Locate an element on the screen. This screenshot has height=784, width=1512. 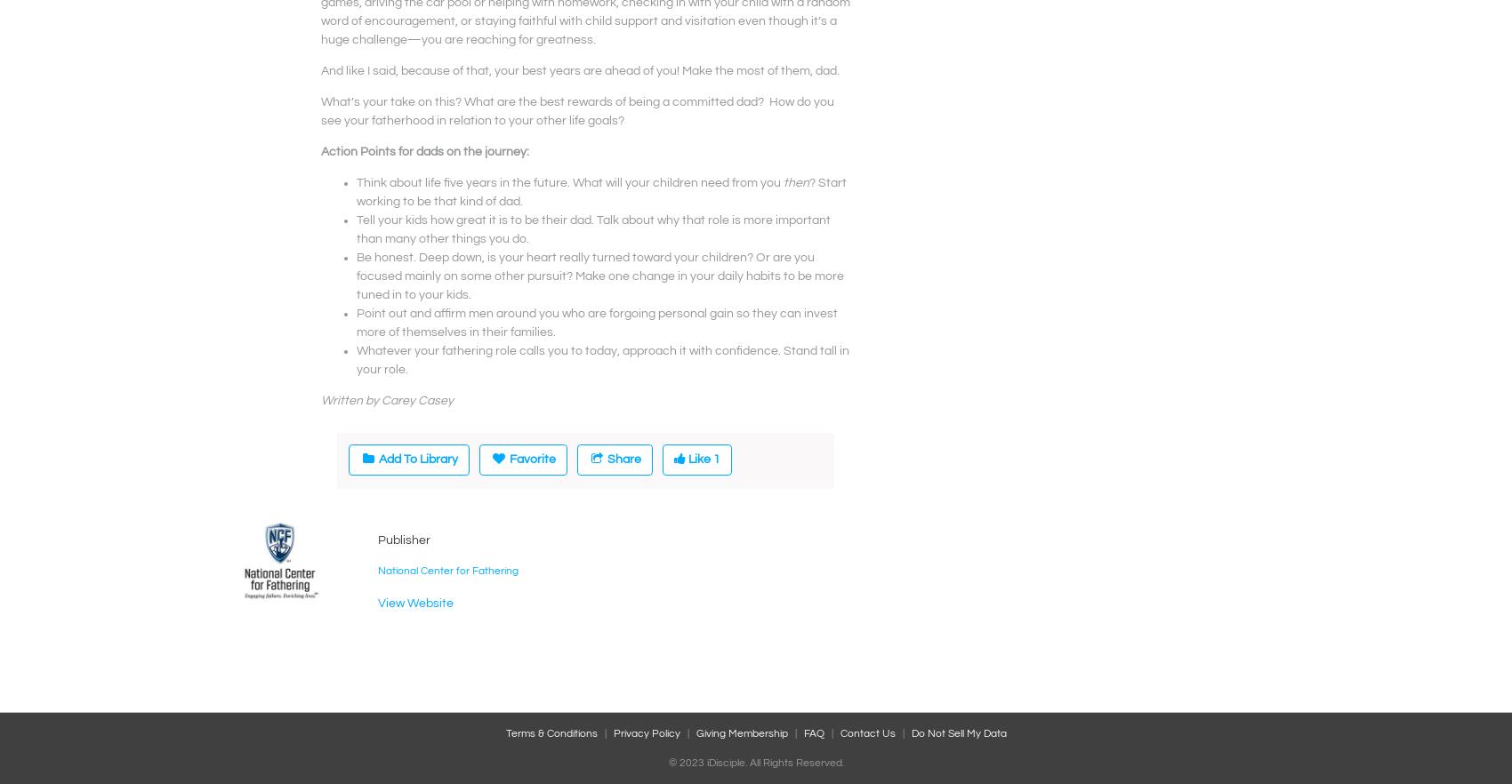
'Add To Library' is located at coordinates (417, 458).